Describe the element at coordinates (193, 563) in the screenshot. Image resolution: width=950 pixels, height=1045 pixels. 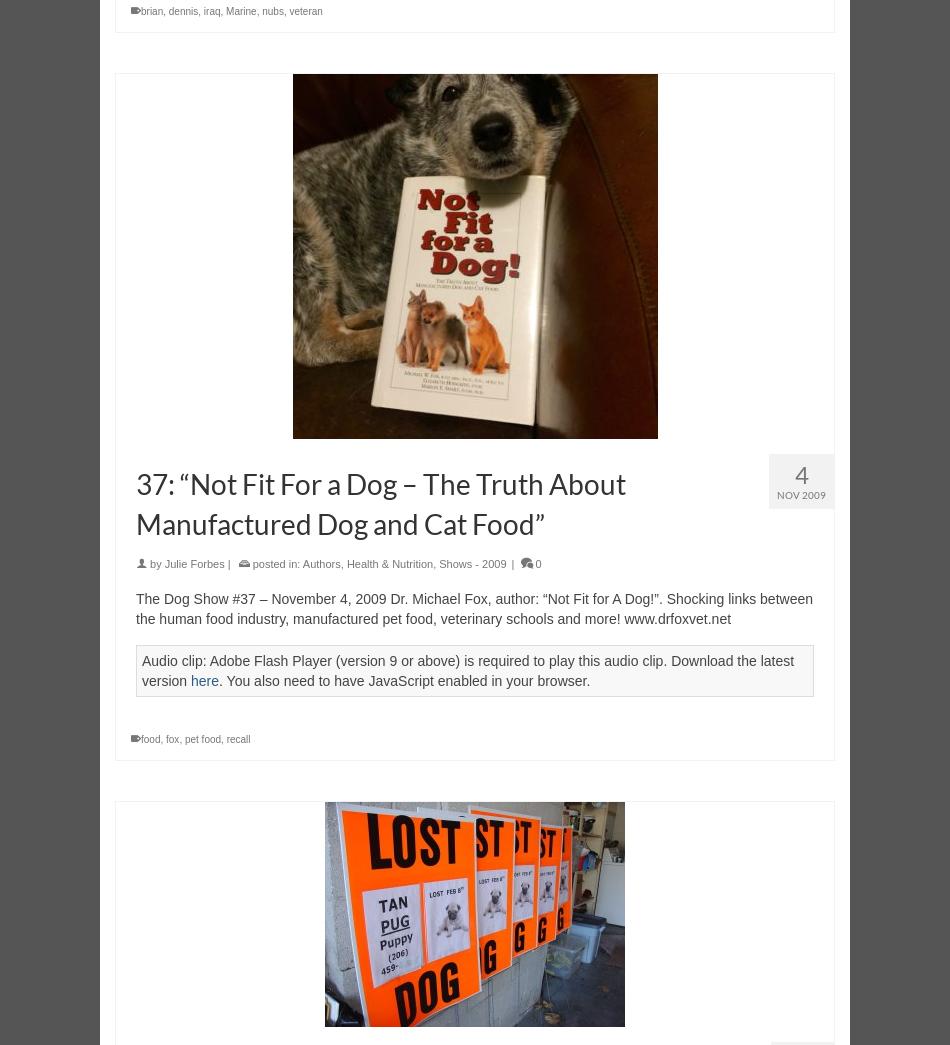
I see `'Julie Forbes'` at that location.